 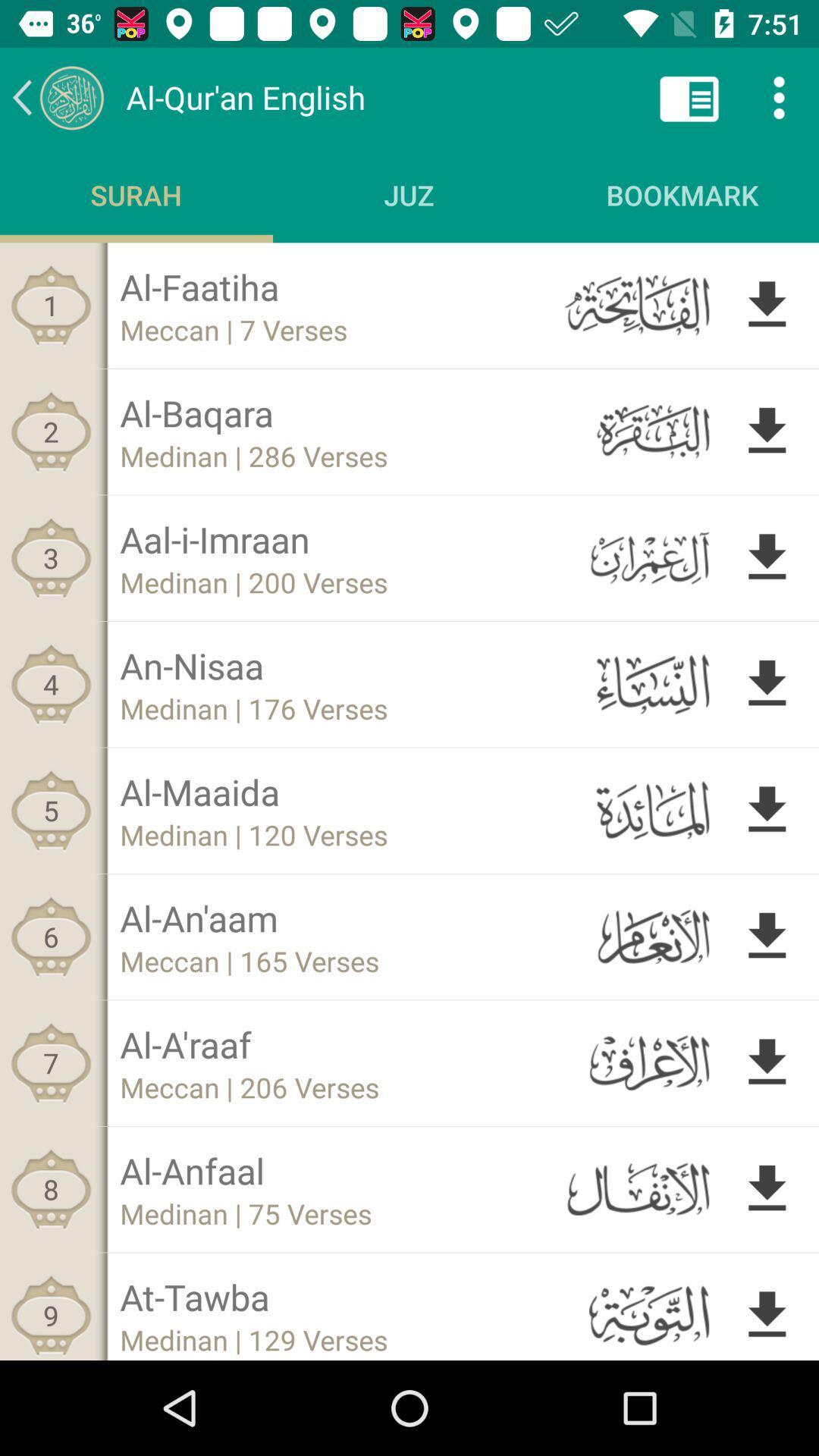 I want to click on the description icon, so click(x=689, y=96).